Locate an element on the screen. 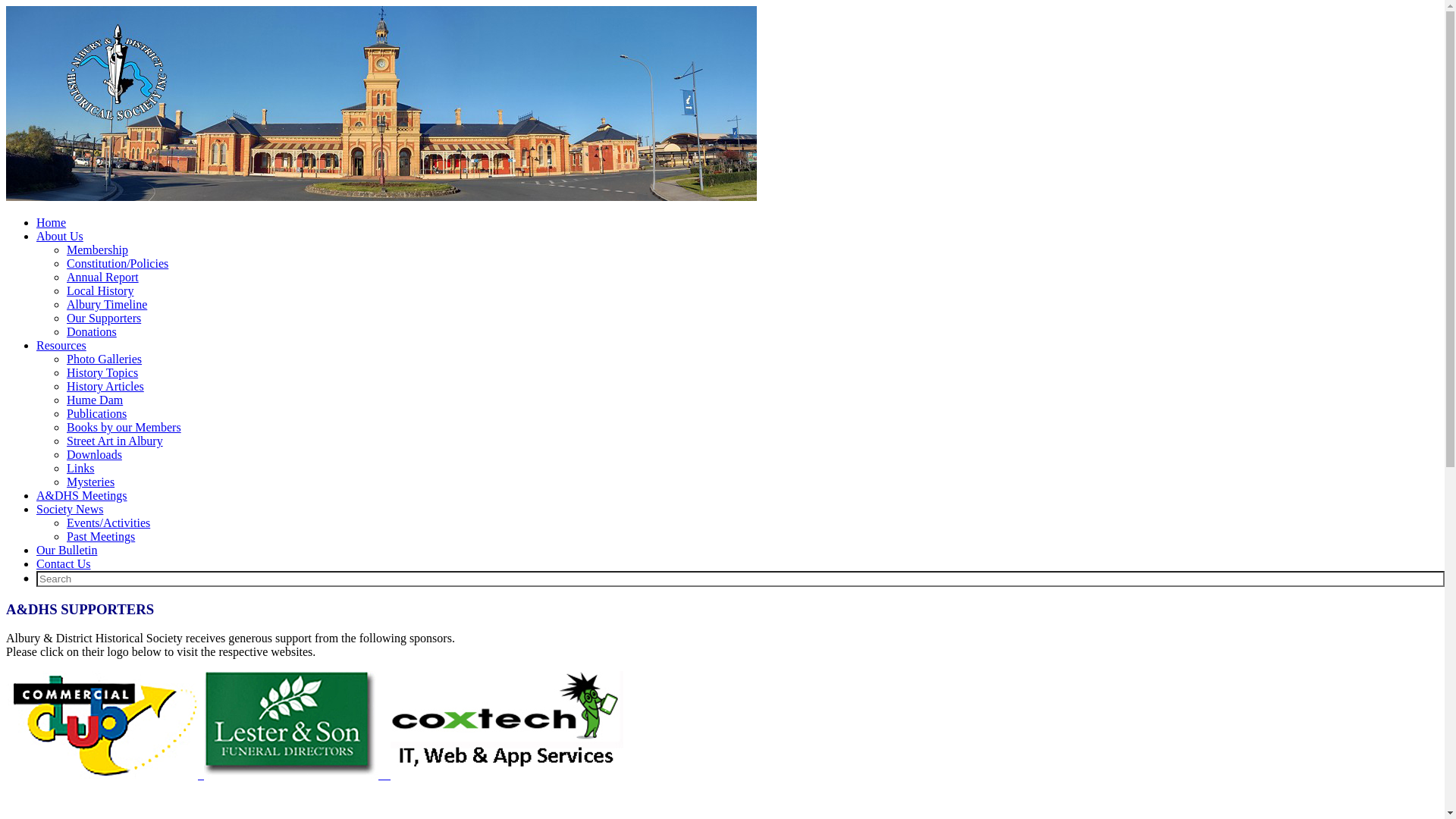 This screenshot has height=819, width=1456. 'Membership' is located at coordinates (96, 249).